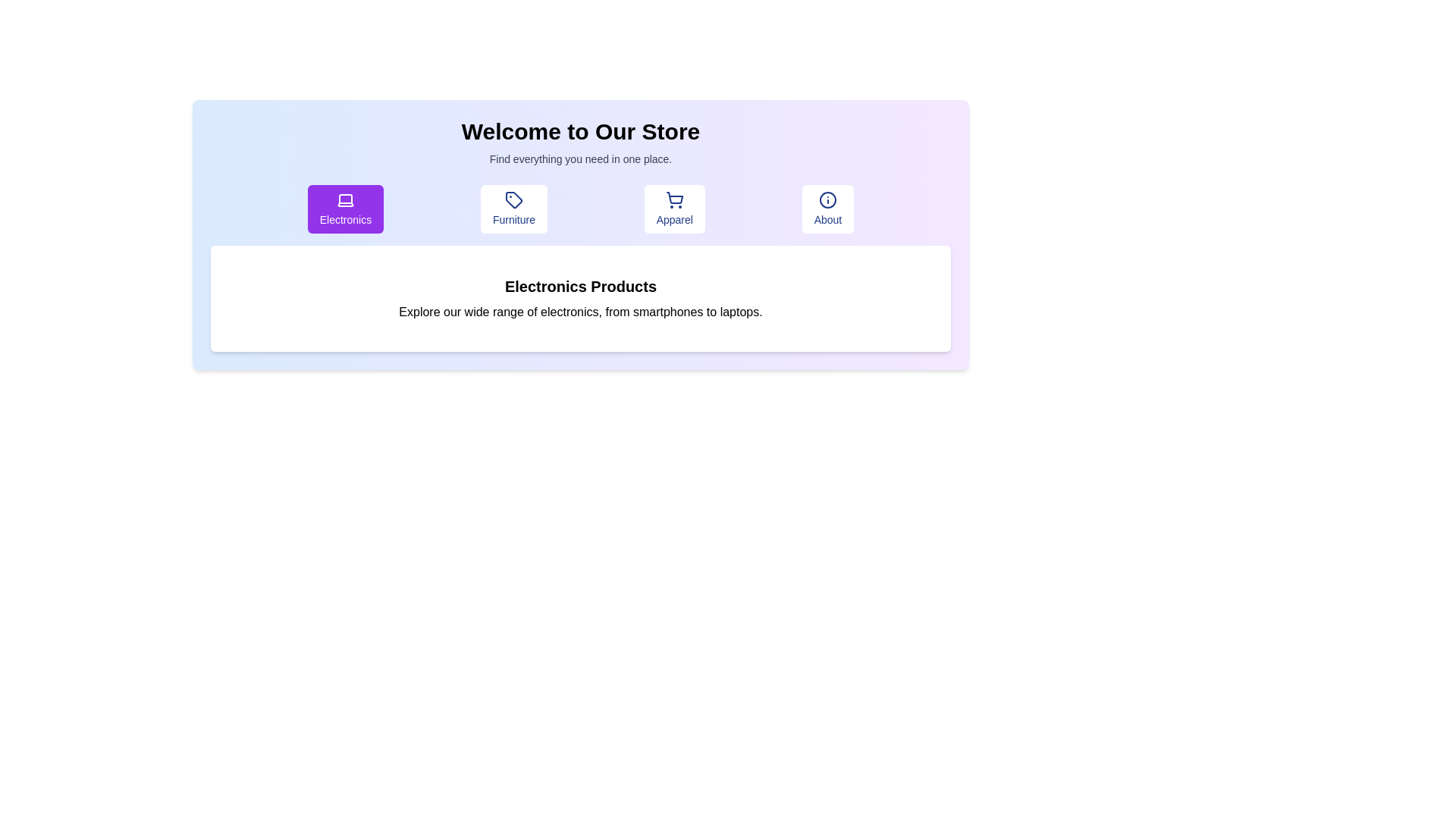  Describe the element at coordinates (827, 199) in the screenshot. I see `the 'About' icon, which is centrally positioned within the tile labeled 'About' and represents information about the section` at that location.